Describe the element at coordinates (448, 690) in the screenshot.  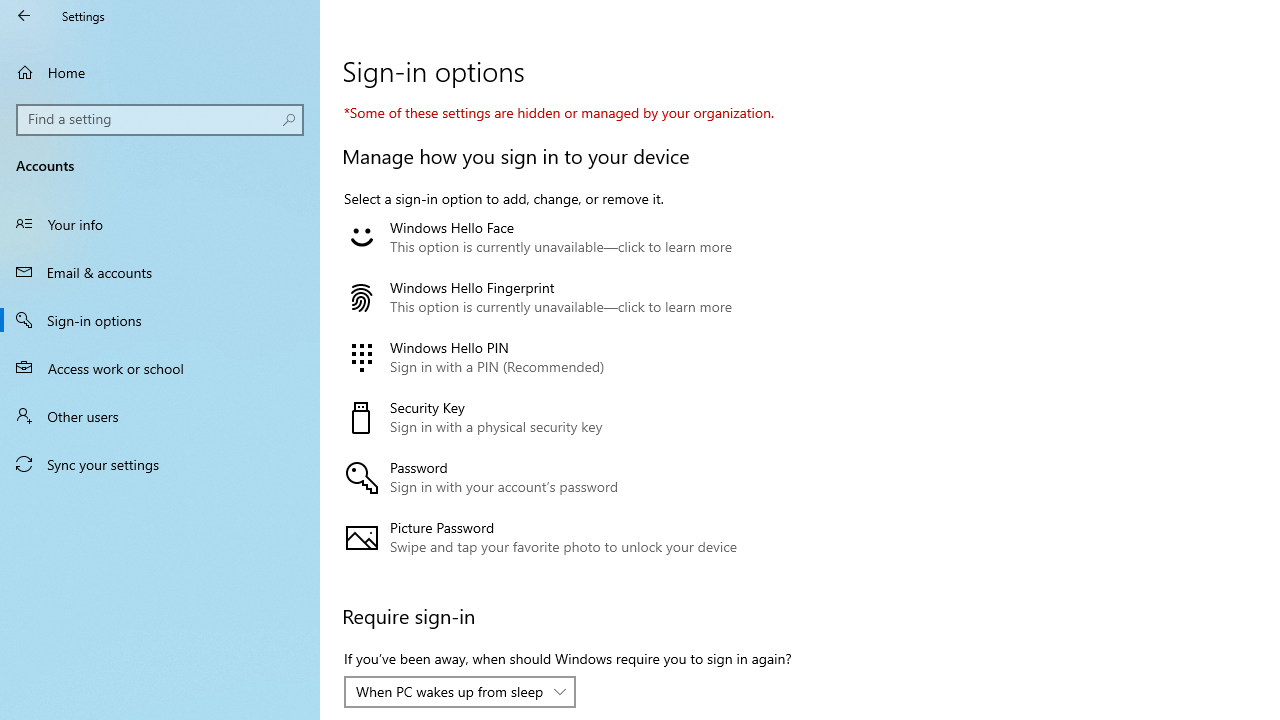
I see `'When PC wakes up from sleep'` at that location.